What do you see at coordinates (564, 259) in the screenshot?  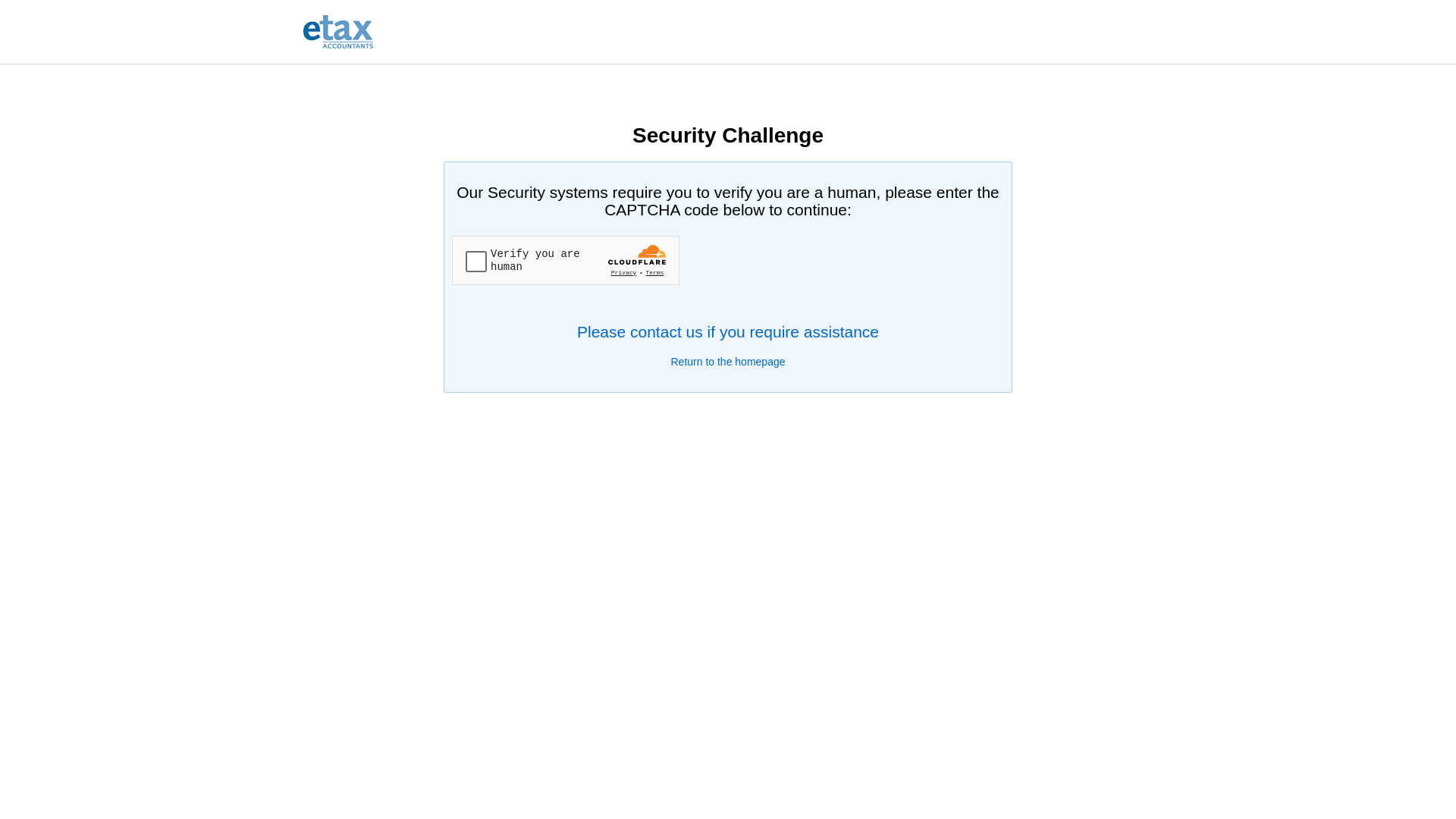 I see `'Widget containing a Cloudflare security challenge'` at bounding box center [564, 259].